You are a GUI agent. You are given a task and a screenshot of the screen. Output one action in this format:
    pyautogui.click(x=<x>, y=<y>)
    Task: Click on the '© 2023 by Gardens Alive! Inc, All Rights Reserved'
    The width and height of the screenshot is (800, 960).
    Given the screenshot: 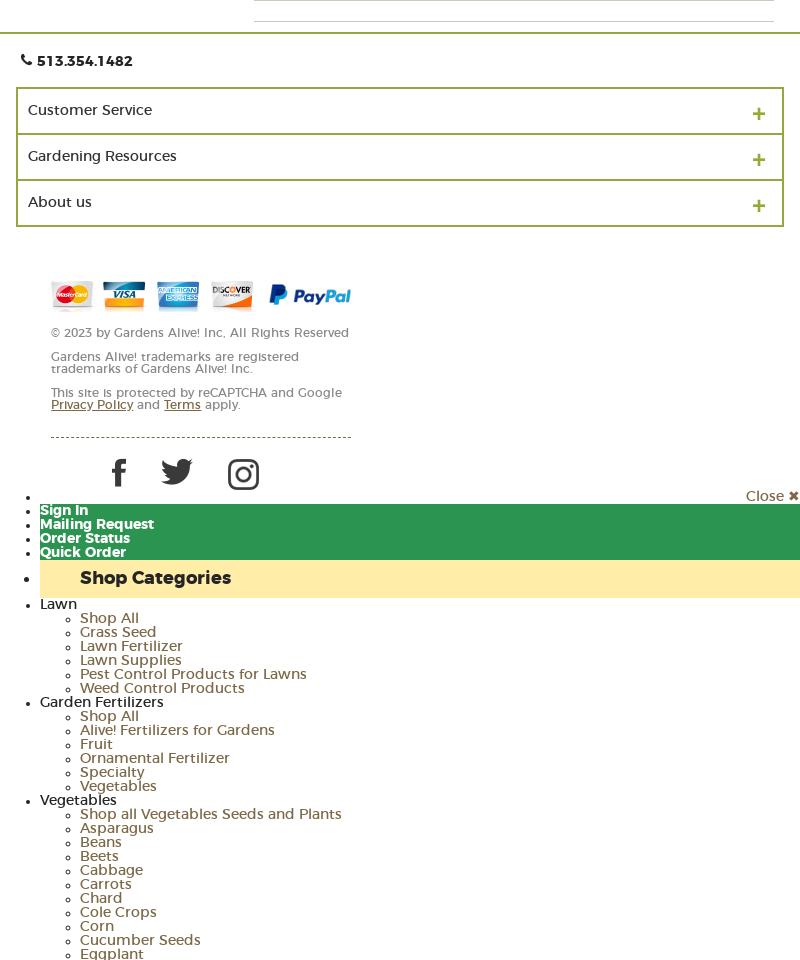 What is the action you would take?
    pyautogui.click(x=200, y=331)
    